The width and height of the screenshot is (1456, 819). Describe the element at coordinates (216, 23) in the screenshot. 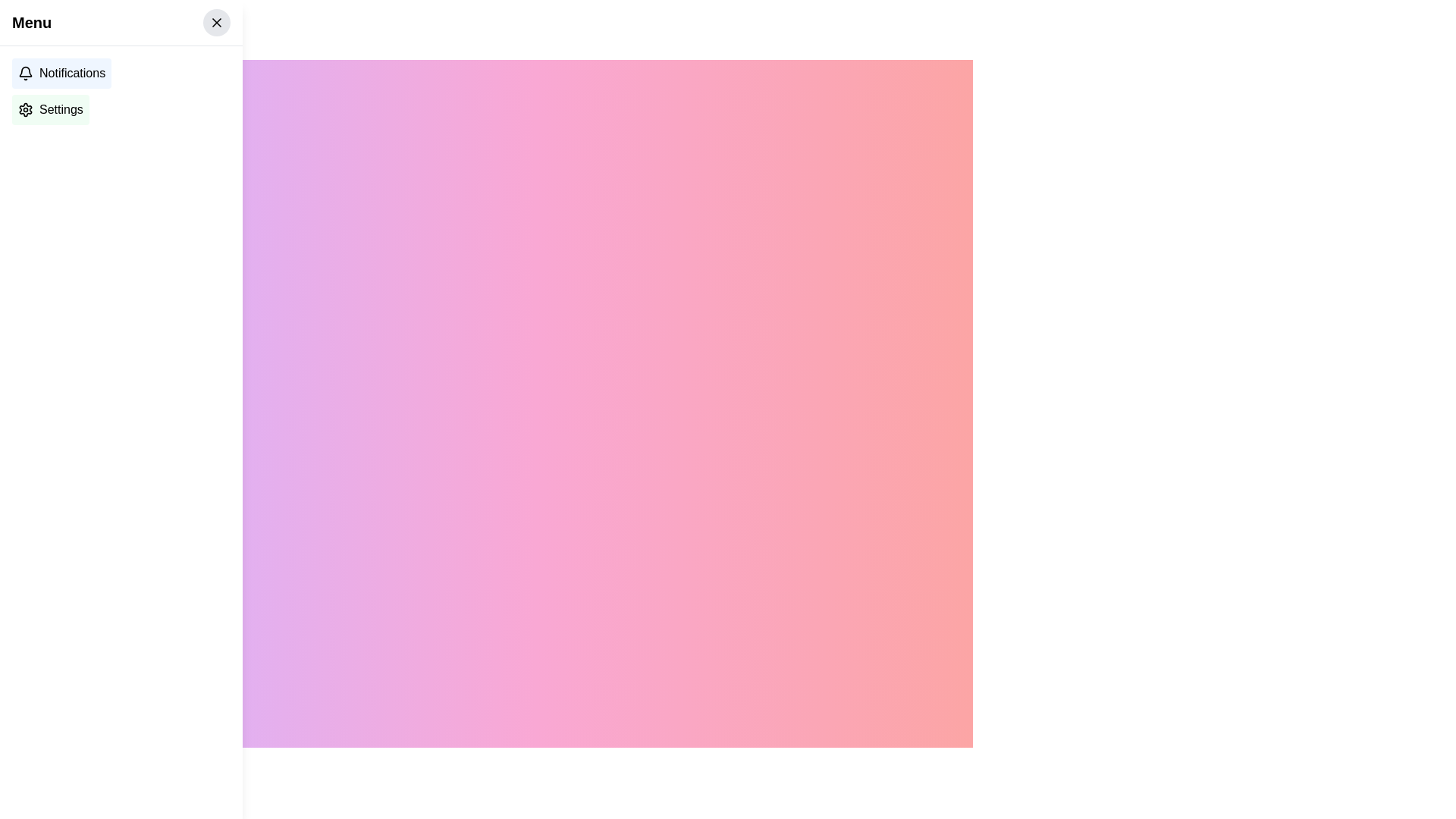

I see `the close button (SVG icon) located in the top-right corner of the vertical menu panel` at that location.